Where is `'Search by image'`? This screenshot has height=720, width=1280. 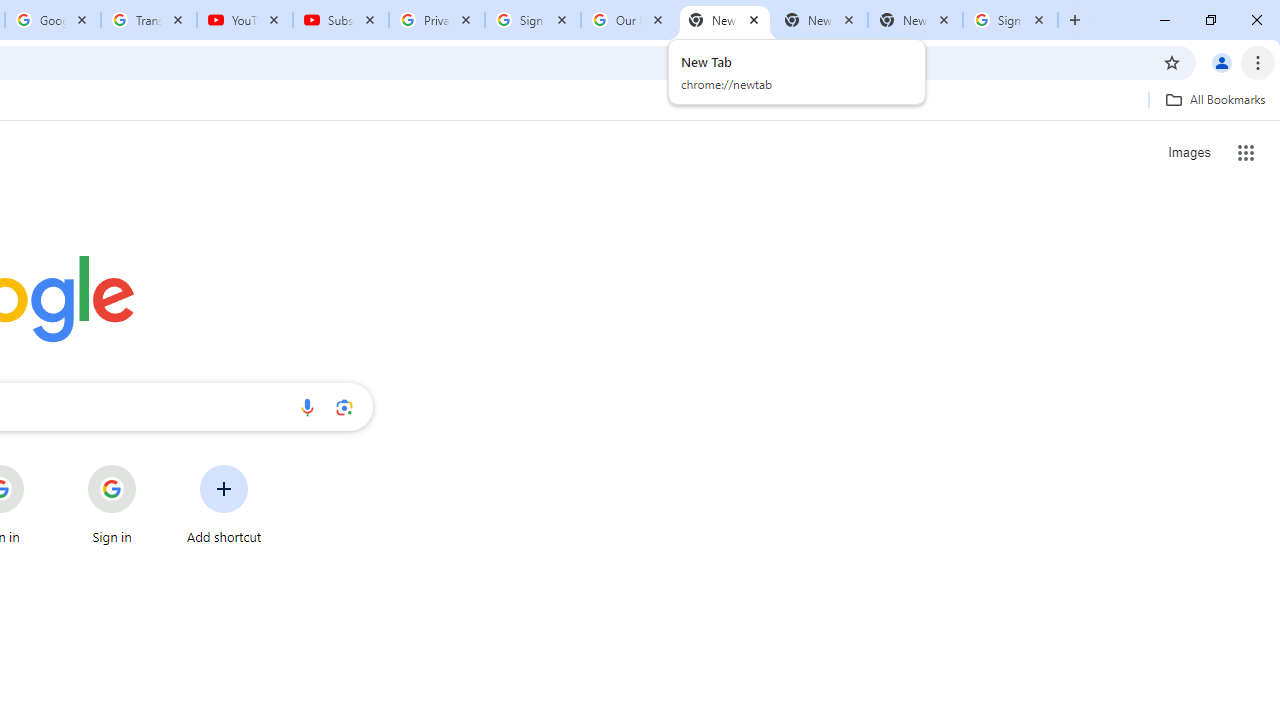
'Search by image' is located at coordinates (344, 406).